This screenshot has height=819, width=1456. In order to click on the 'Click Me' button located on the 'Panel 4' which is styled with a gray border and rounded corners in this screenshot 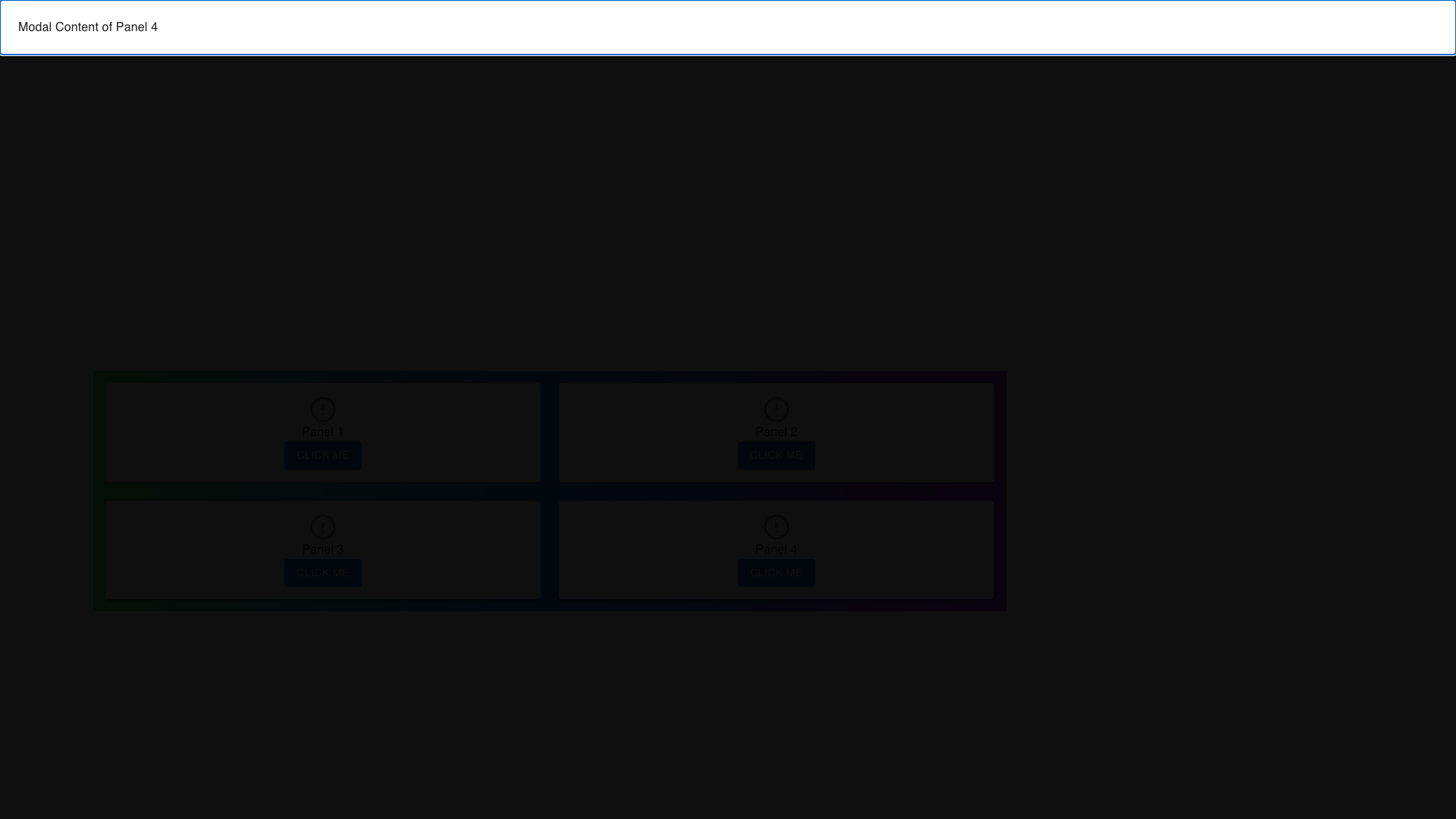, I will do `click(776, 549)`.